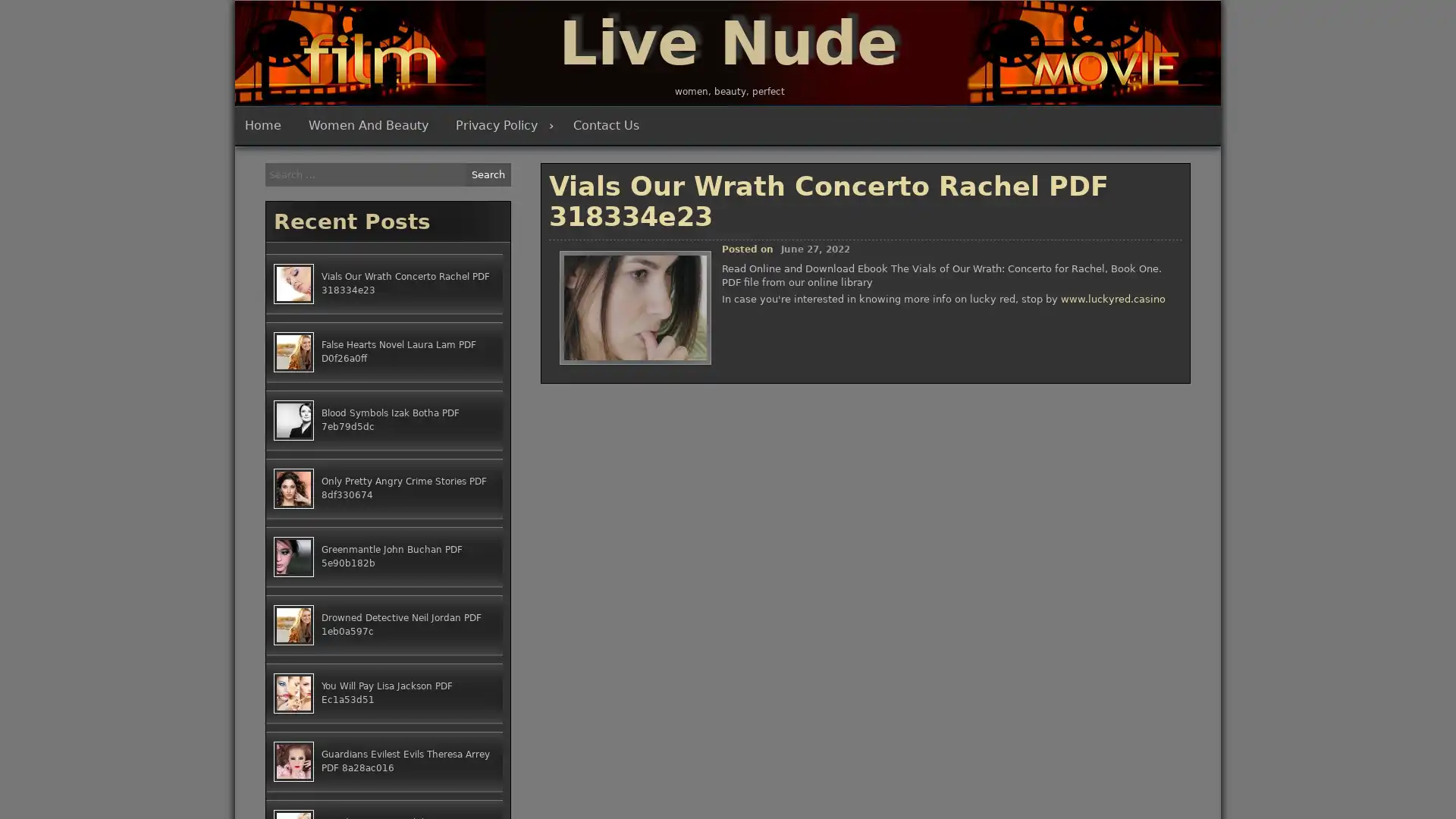 This screenshot has height=819, width=1456. Describe the element at coordinates (488, 174) in the screenshot. I see `Search` at that location.